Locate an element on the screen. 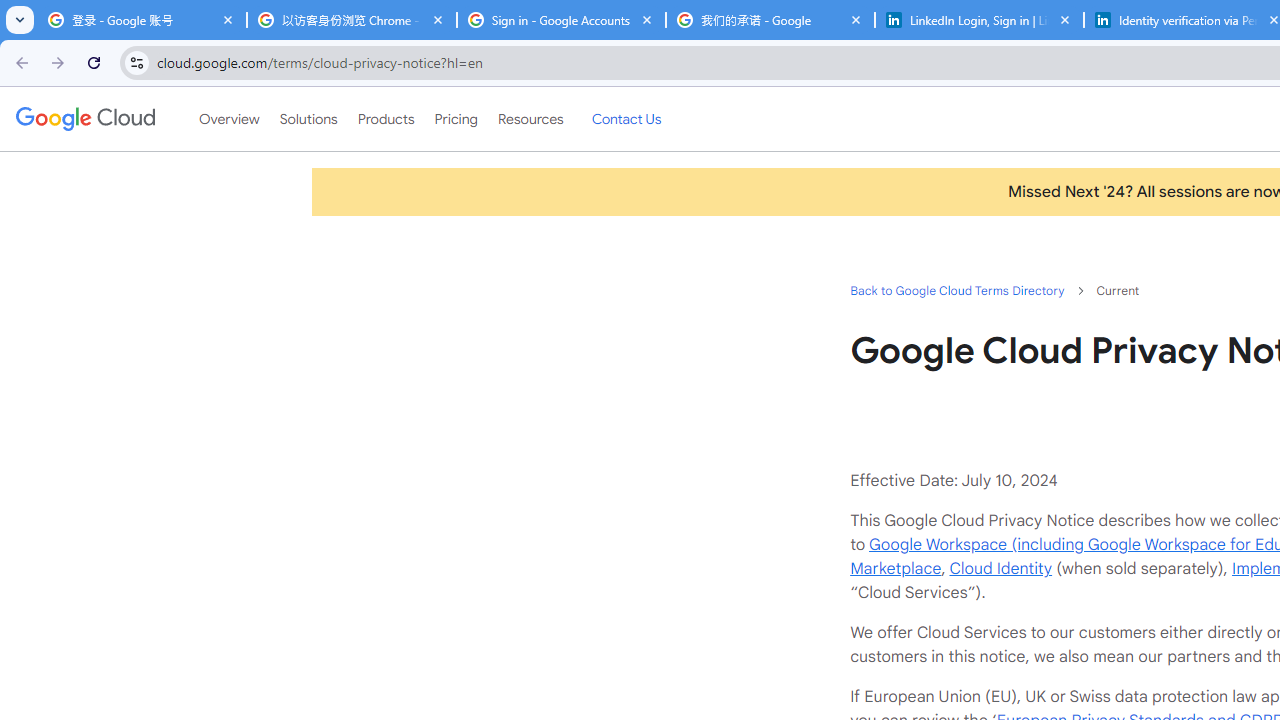 This screenshot has height=720, width=1280. 'Cloud Identity' is located at coordinates (1000, 568).